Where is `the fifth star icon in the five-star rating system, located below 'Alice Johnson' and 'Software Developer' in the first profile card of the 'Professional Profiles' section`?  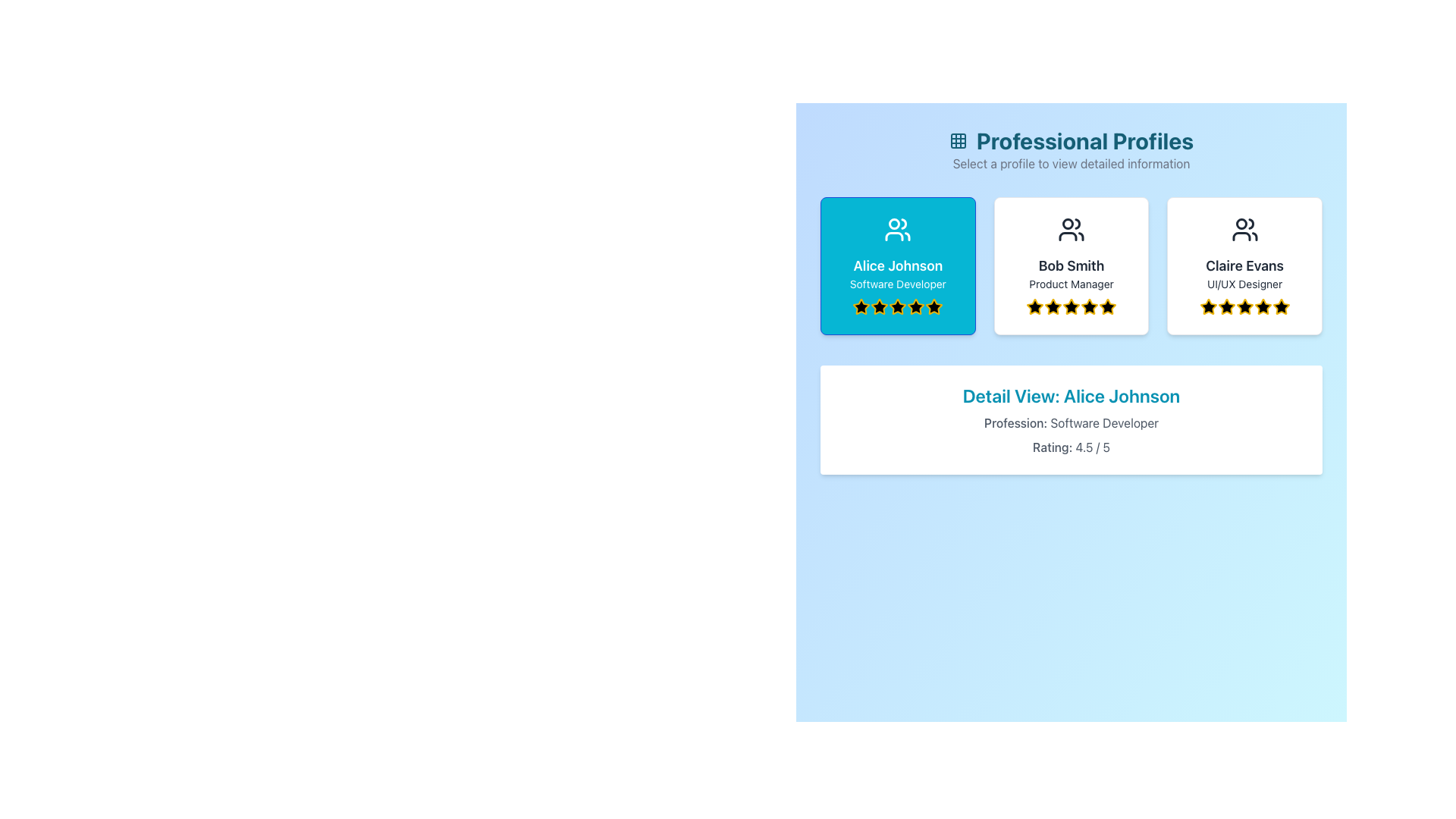 the fifth star icon in the five-star rating system, located below 'Alice Johnson' and 'Software Developer' in the first profile card of the 'Professional Profiles' section is located at coordinates (915, 307).